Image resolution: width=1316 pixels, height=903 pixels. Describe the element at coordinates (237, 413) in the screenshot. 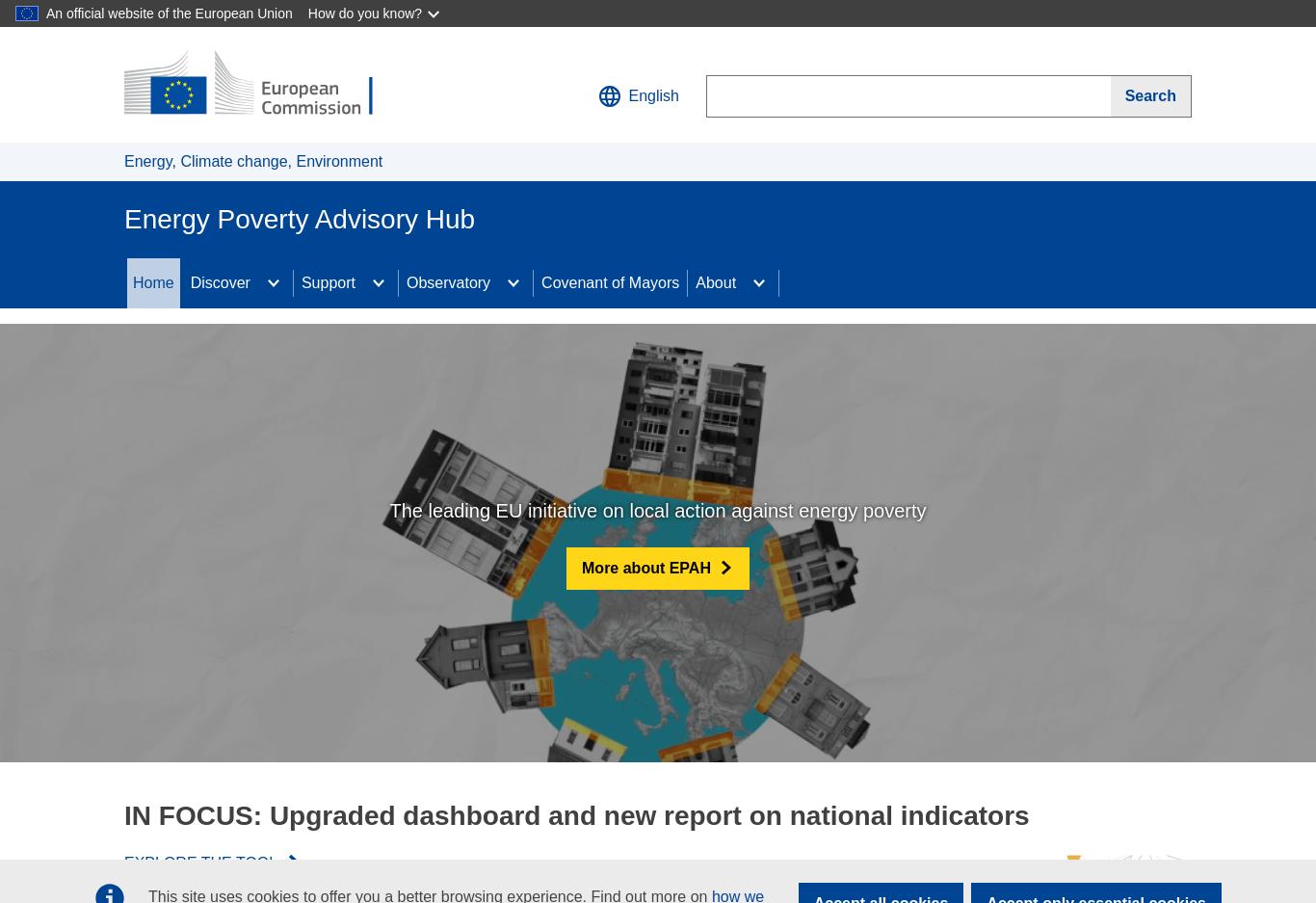

I see `'Organisations'` at that location.